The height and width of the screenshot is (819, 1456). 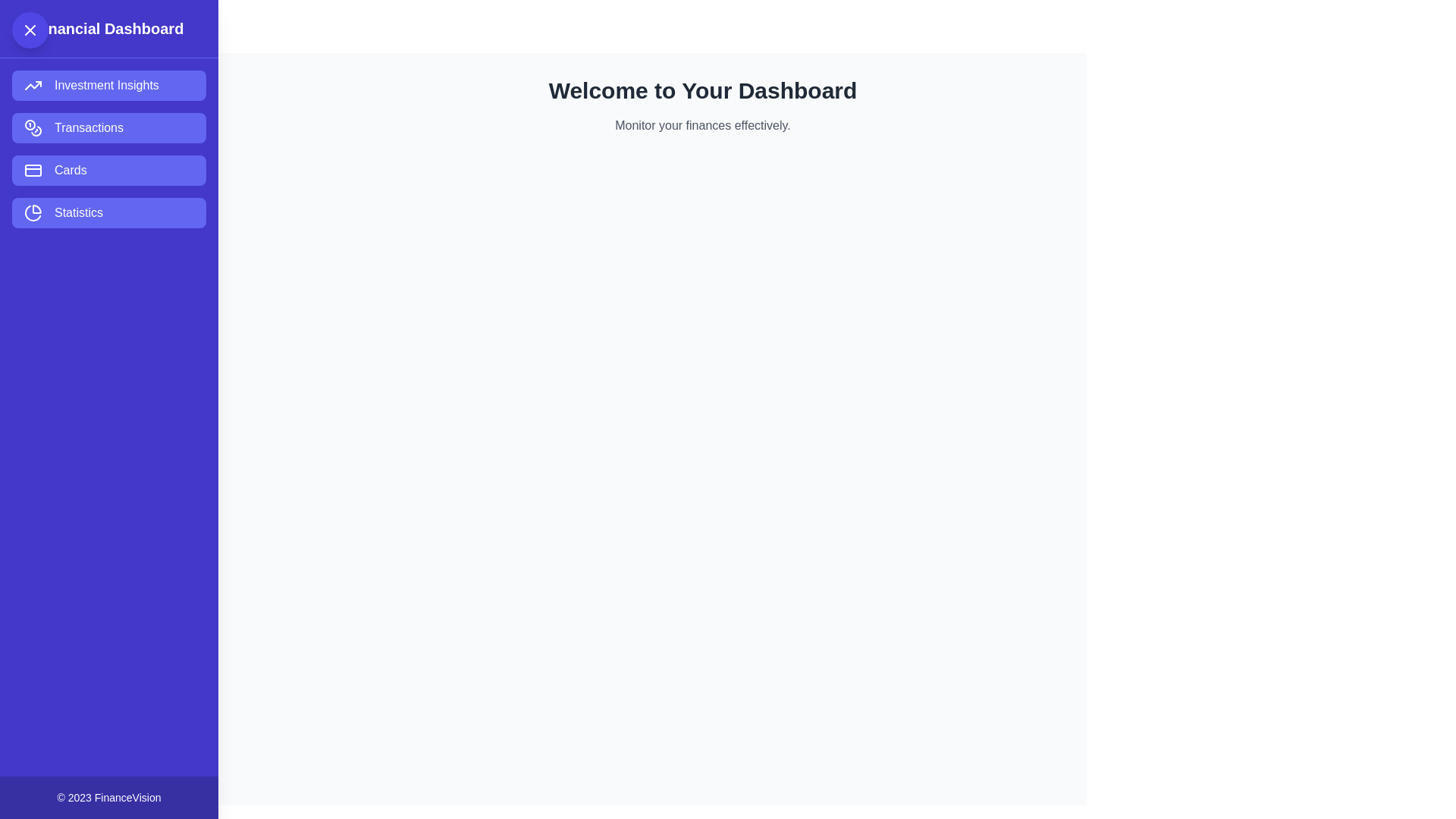 What do you see at coordinates (108, 127) in the screenshot?
I see `the 'Transactions' button with a purple background, which has a white coin icon and is located below the 'Investment Insights' button in the left sidebar` at bounding box center [108, 127].